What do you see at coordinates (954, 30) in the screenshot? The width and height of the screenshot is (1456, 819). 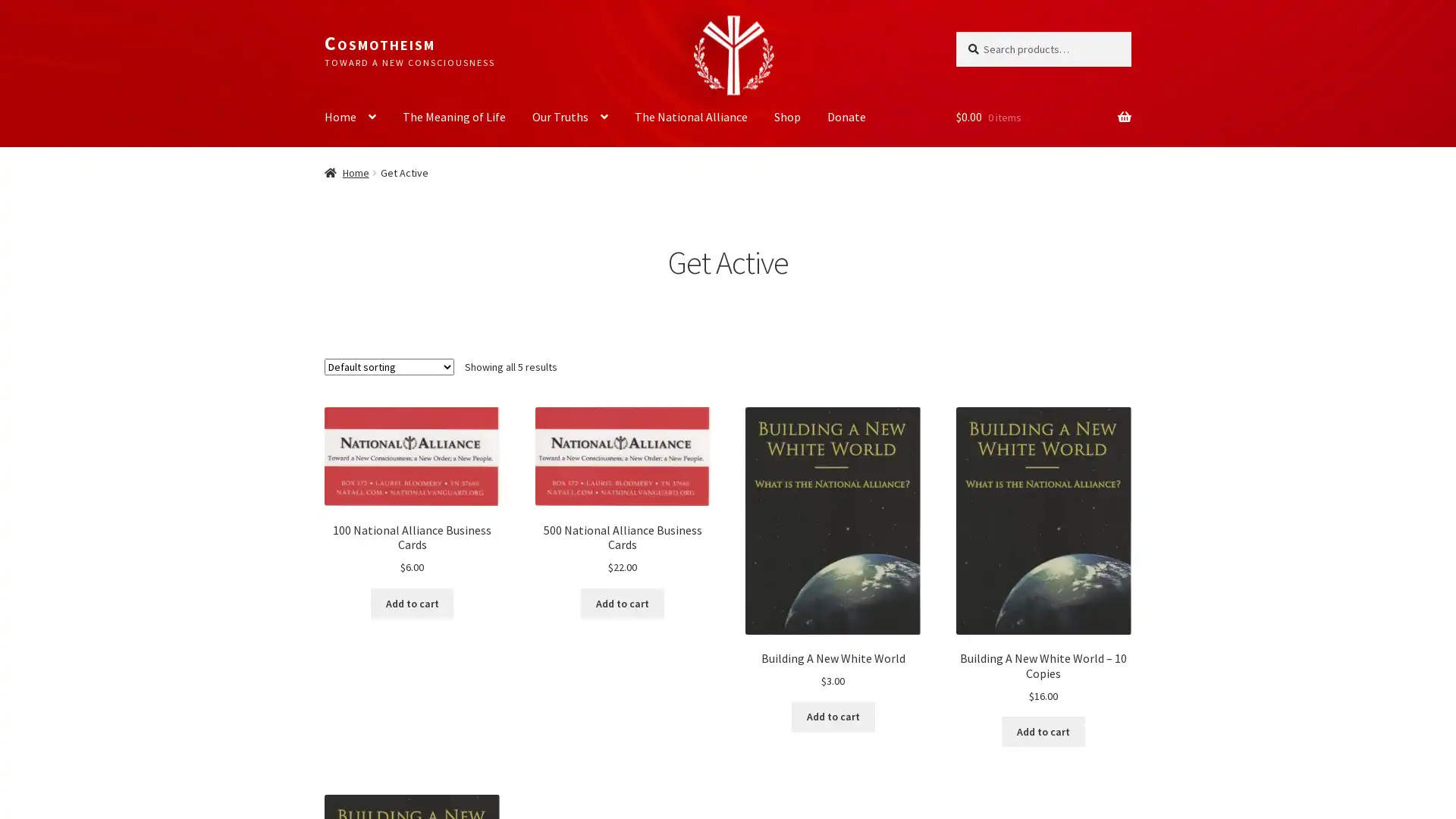 I see `Search` at bounding box center [954, 30].